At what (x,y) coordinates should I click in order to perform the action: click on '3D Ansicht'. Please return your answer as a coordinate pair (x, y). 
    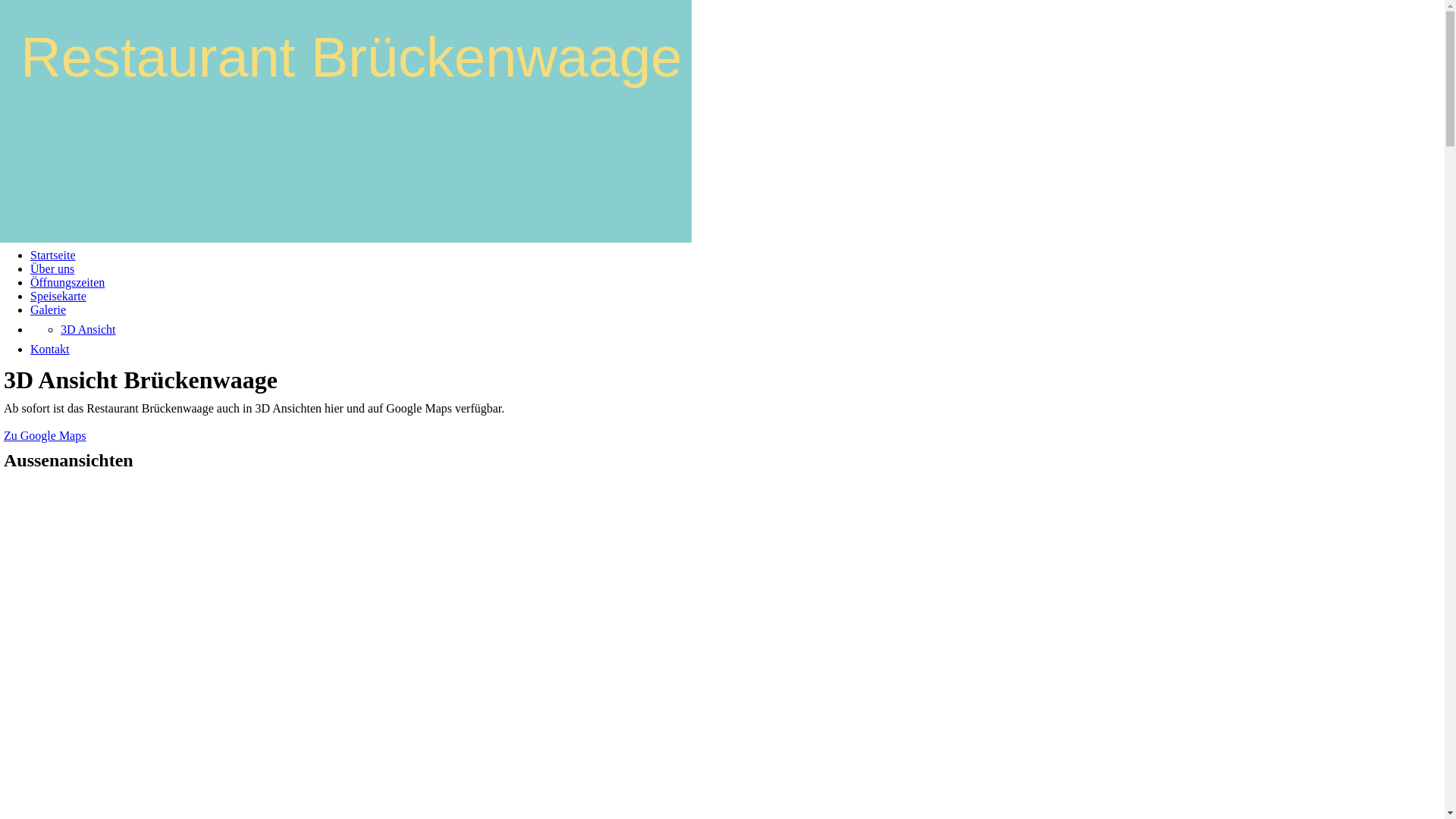
    Looking at the image, I should click on (86, 328).